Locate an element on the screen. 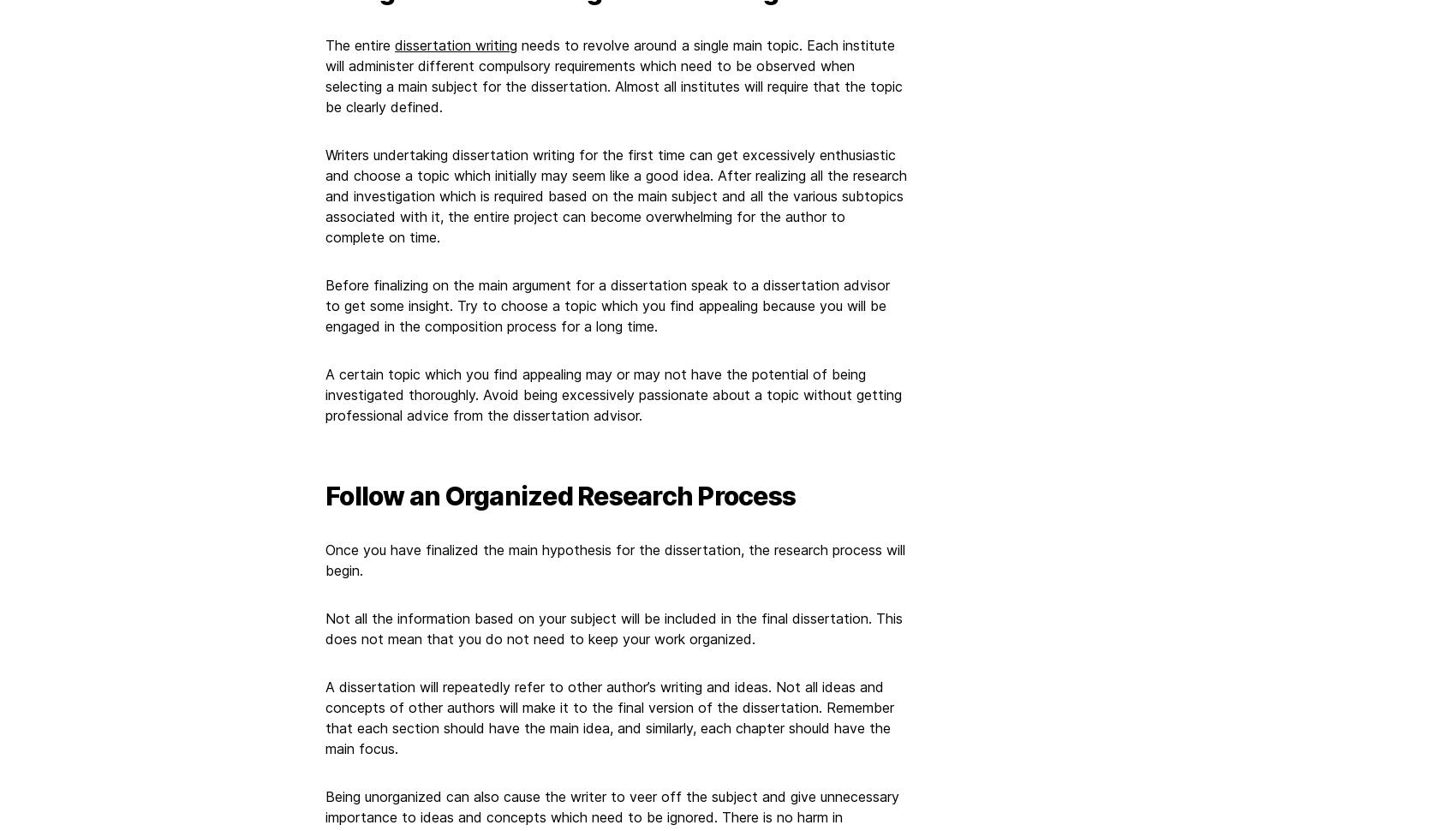  'dissertation writing' is located at coordinates (455, 43).